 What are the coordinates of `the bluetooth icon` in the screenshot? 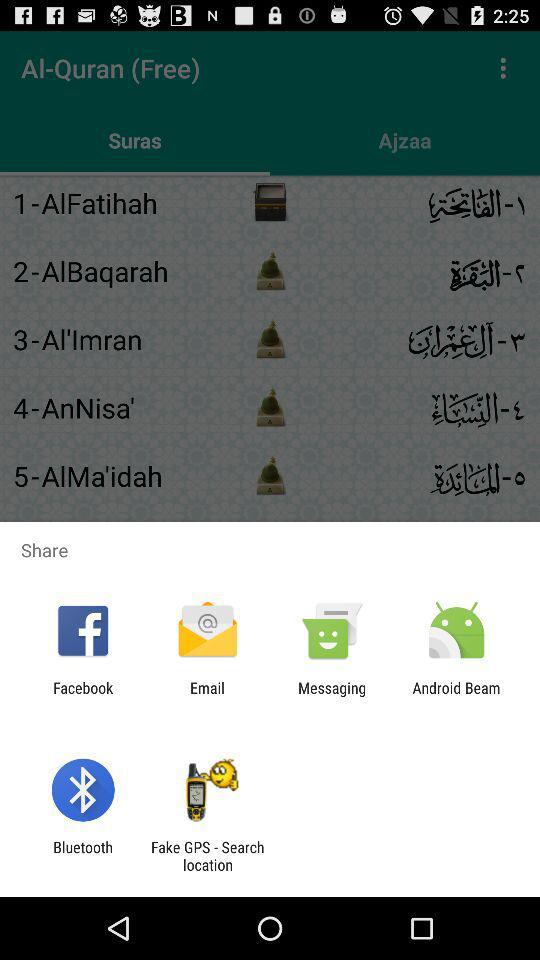 It's located at (82, 855).